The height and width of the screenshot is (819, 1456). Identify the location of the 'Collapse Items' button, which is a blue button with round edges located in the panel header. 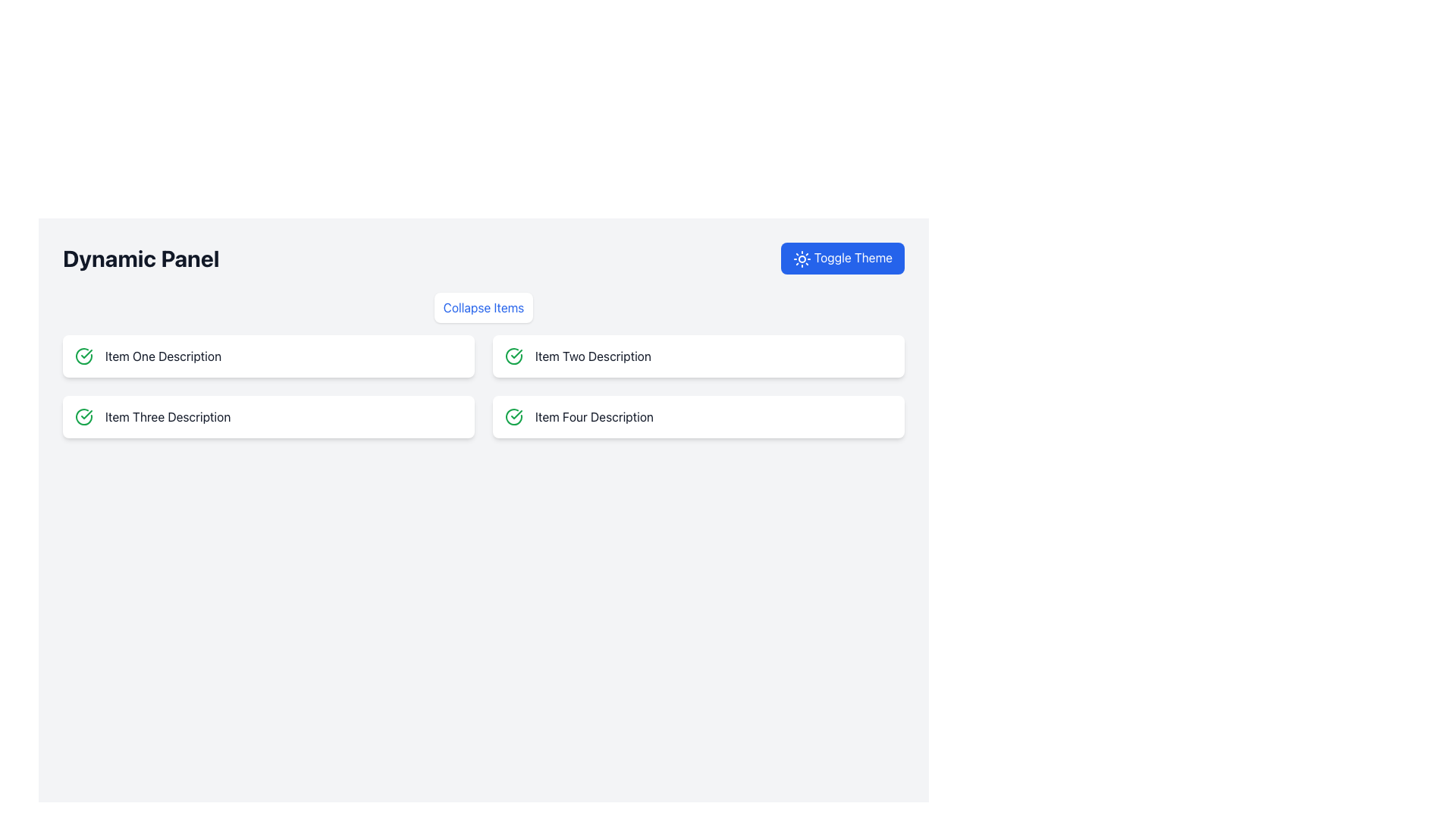
(483, 307).